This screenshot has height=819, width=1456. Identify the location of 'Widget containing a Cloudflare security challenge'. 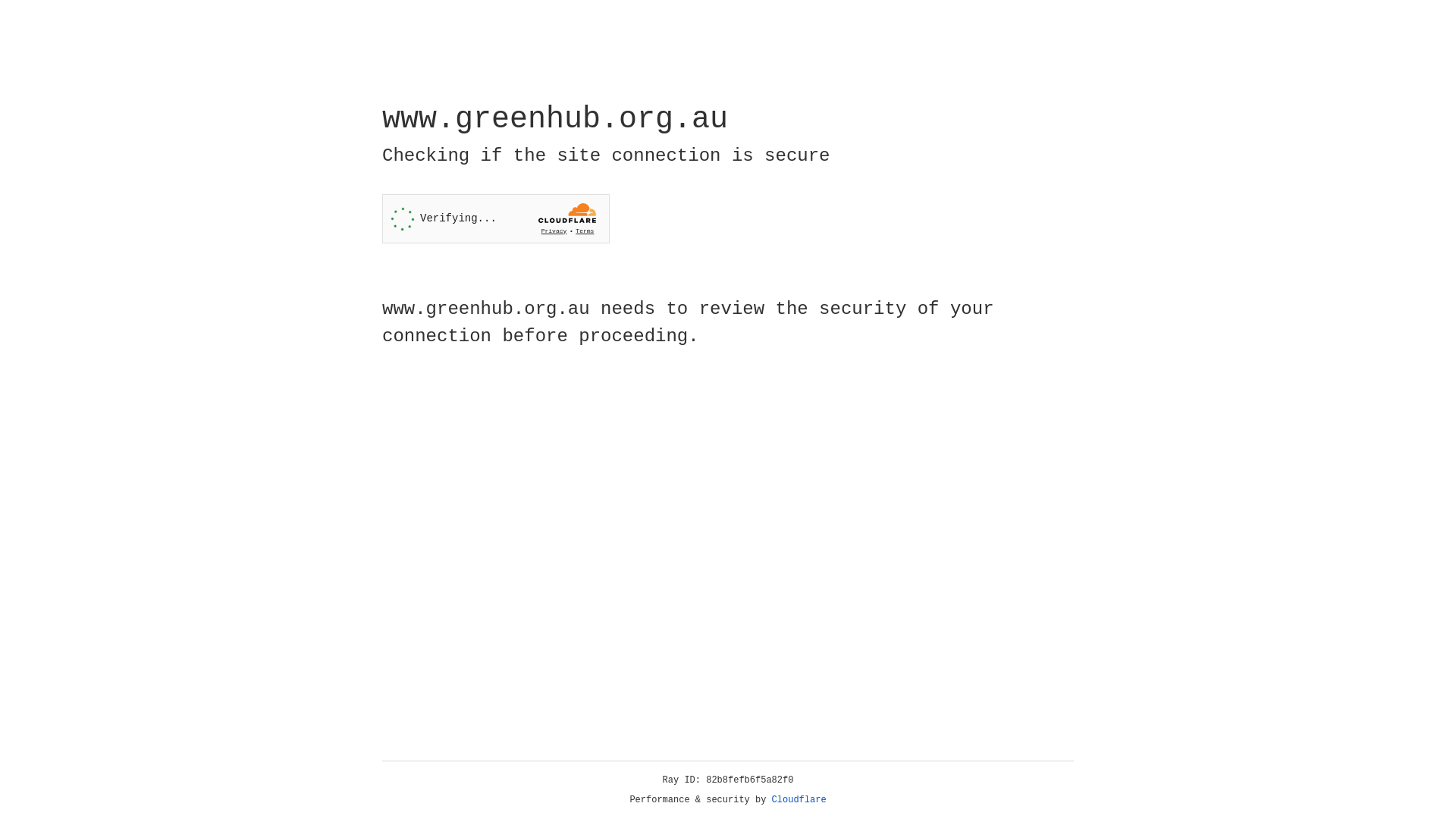
(495, 218).